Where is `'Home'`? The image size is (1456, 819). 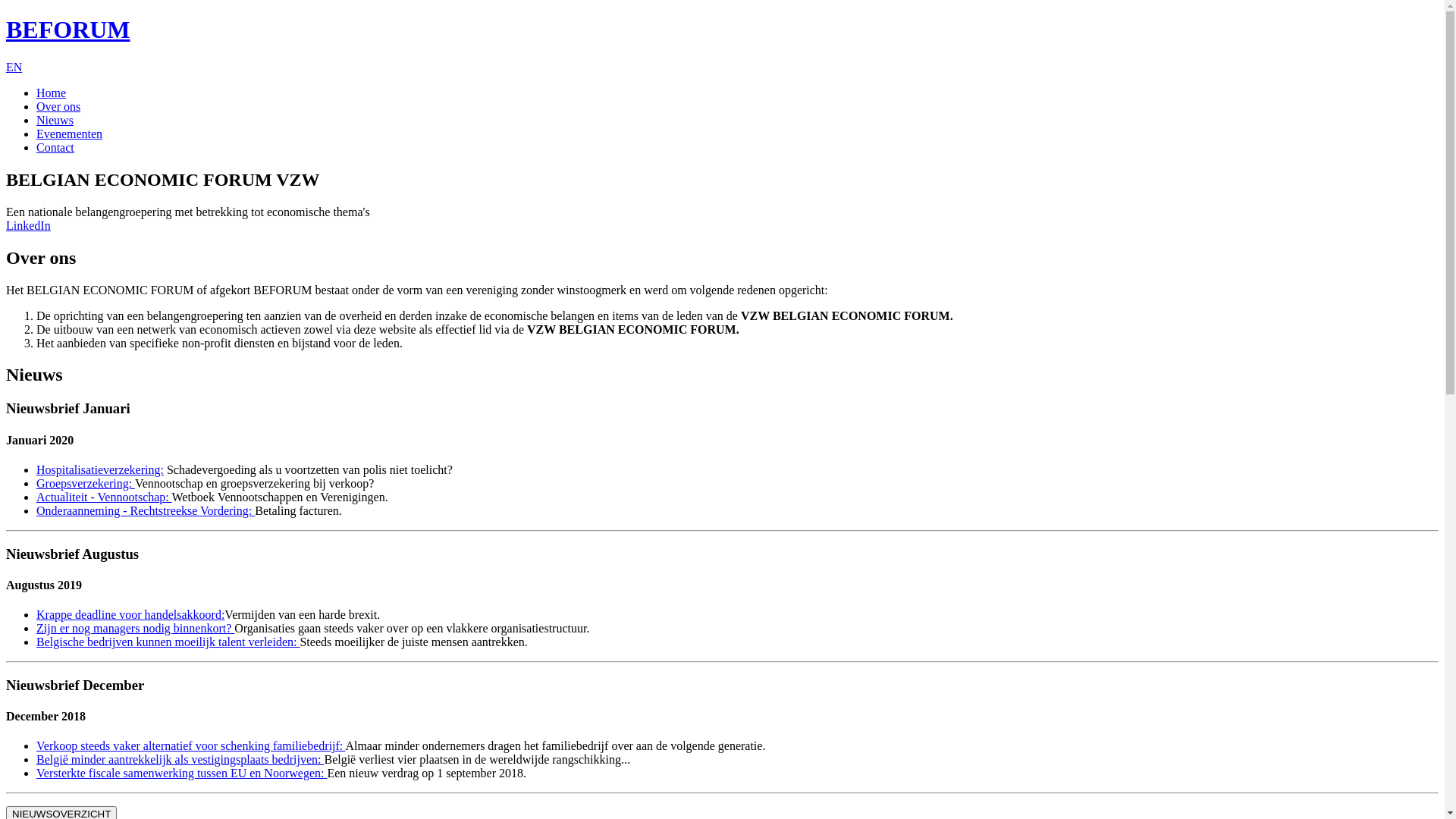 'Home' is located at coordinates (36, 93).